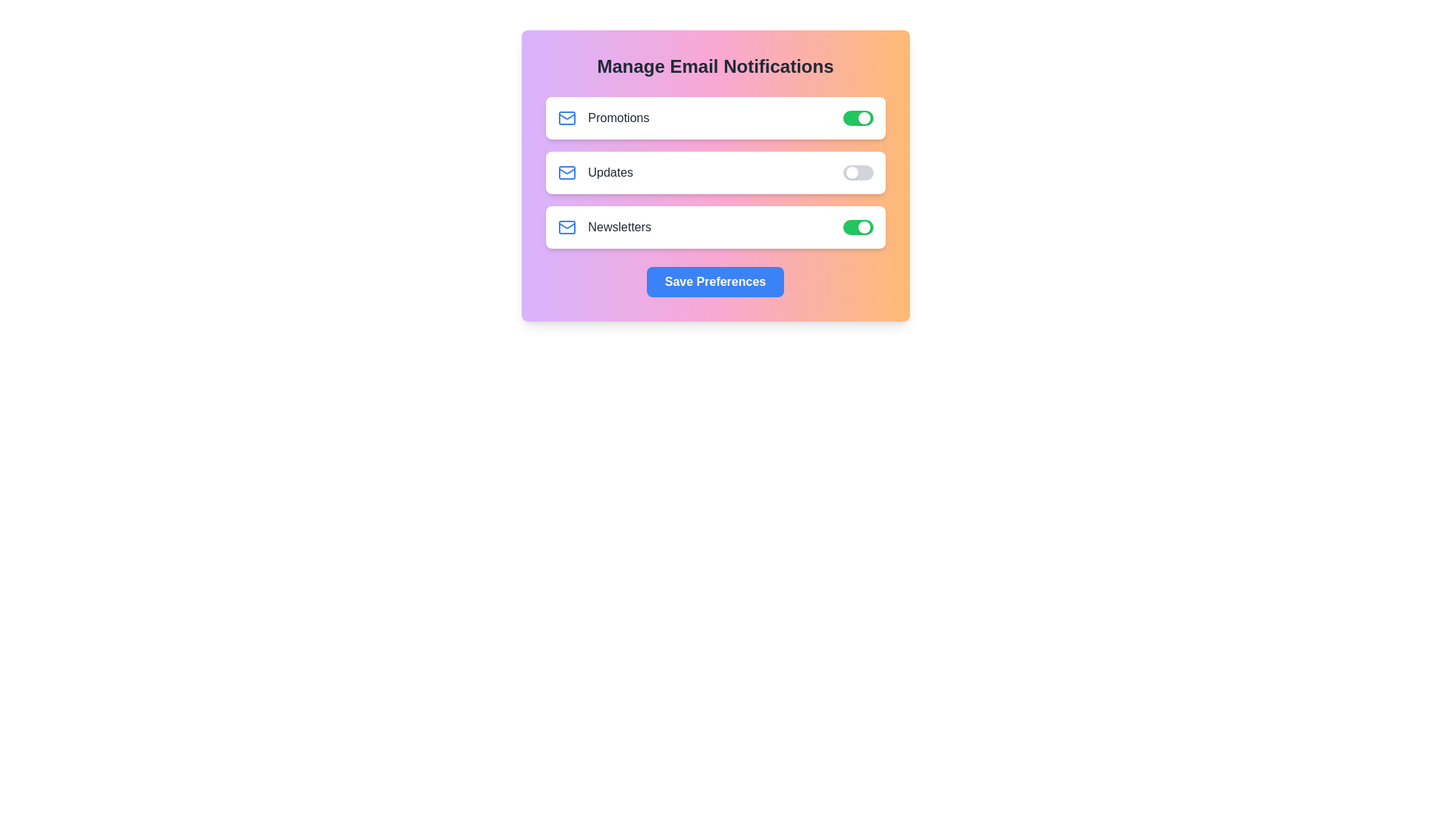  What do you see at coordinates (714, 281) in the screenshot?
I see `the 'Save Preferences' button` at bounding box center [714, 281].